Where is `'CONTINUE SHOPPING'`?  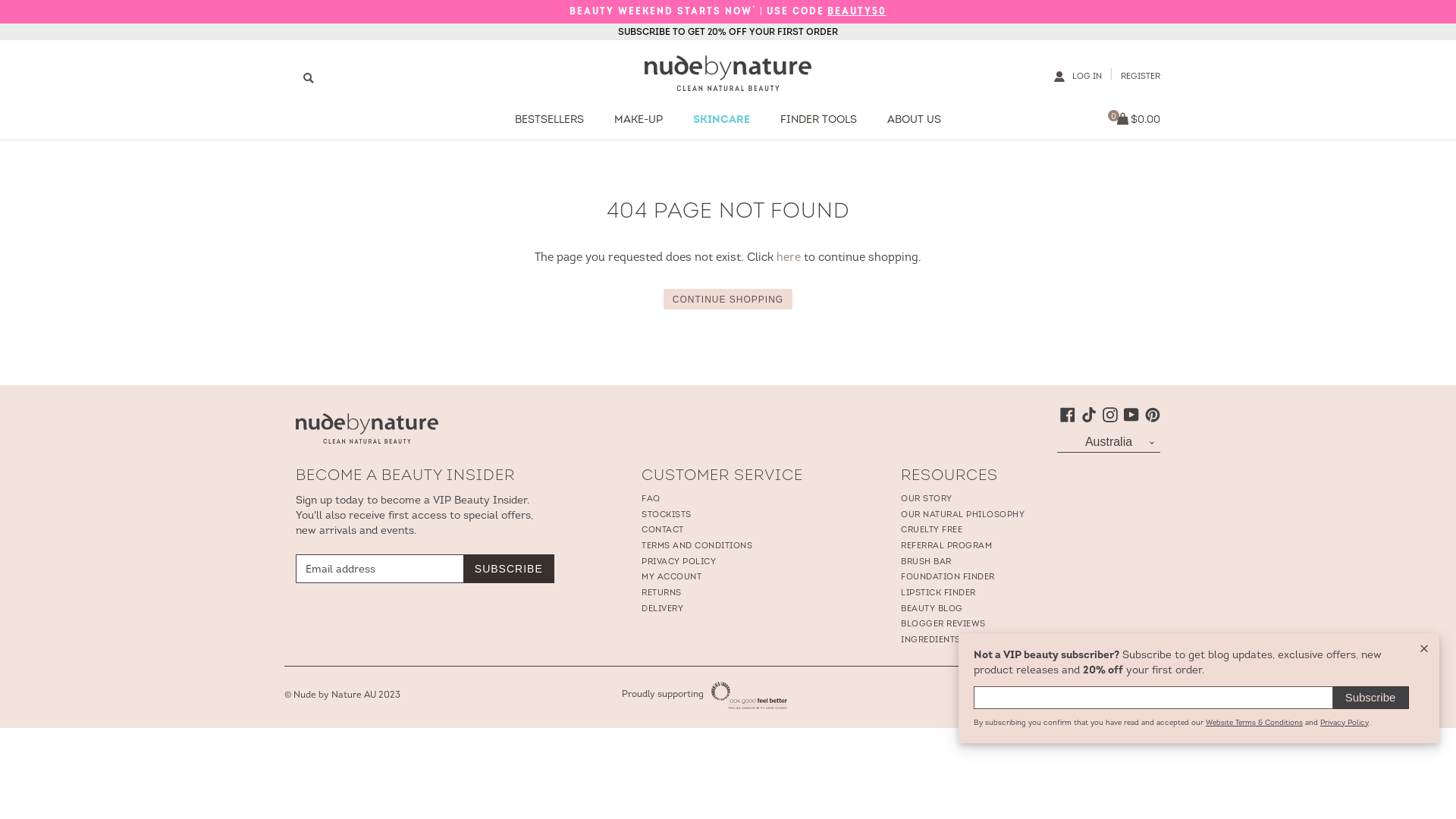 'CONTINUE SHOPPING' is located at coordinates (728, 299).